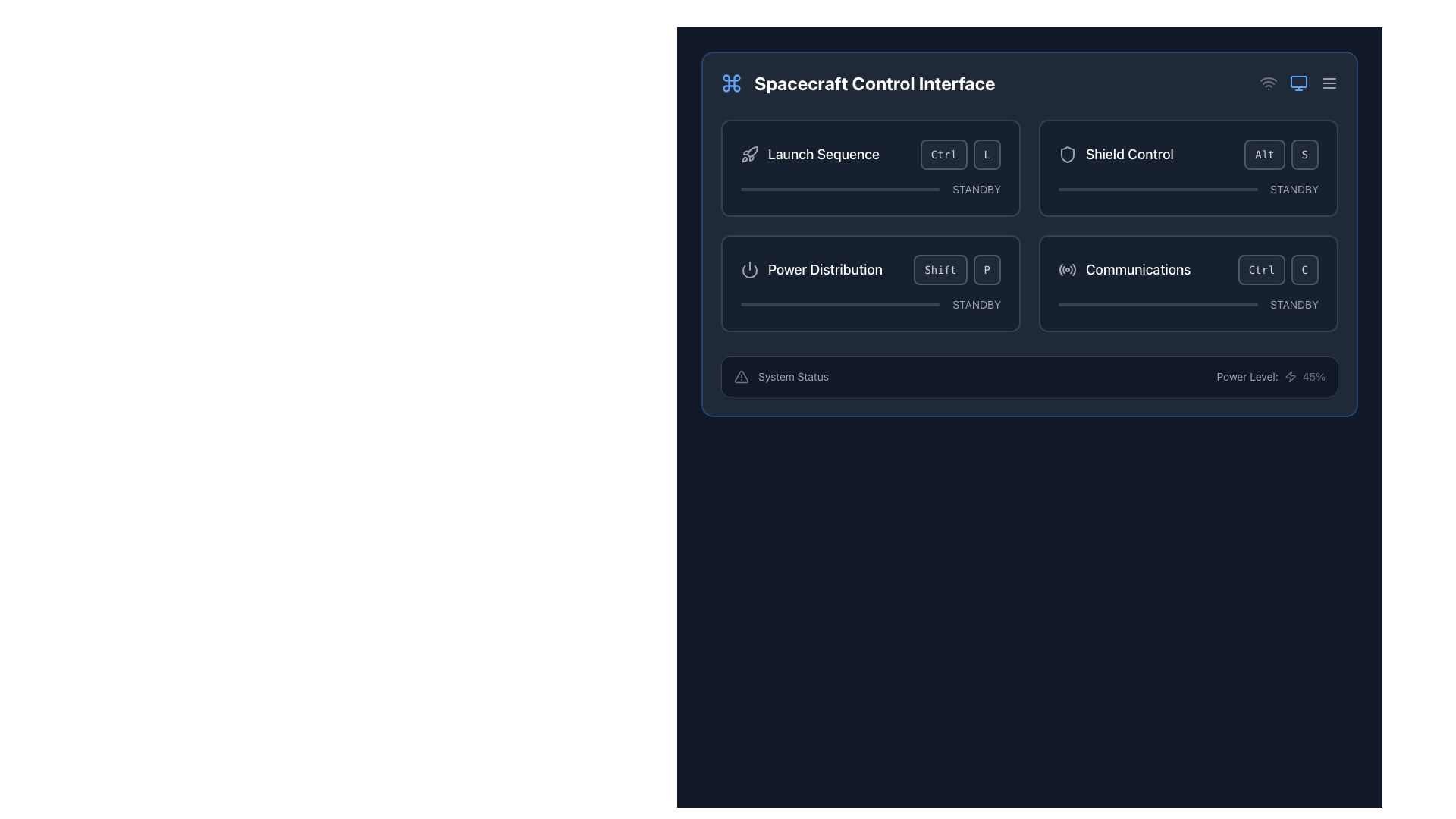 The width and height of the screenshot is (1456, 819). I want to click on the rounded rectangular button labeled 'C' with a dark gray background and lighter gray border, located to the right of the 'Ctrl' button in the bottom right corner of the 'Communications' section, so click(1304, 268).